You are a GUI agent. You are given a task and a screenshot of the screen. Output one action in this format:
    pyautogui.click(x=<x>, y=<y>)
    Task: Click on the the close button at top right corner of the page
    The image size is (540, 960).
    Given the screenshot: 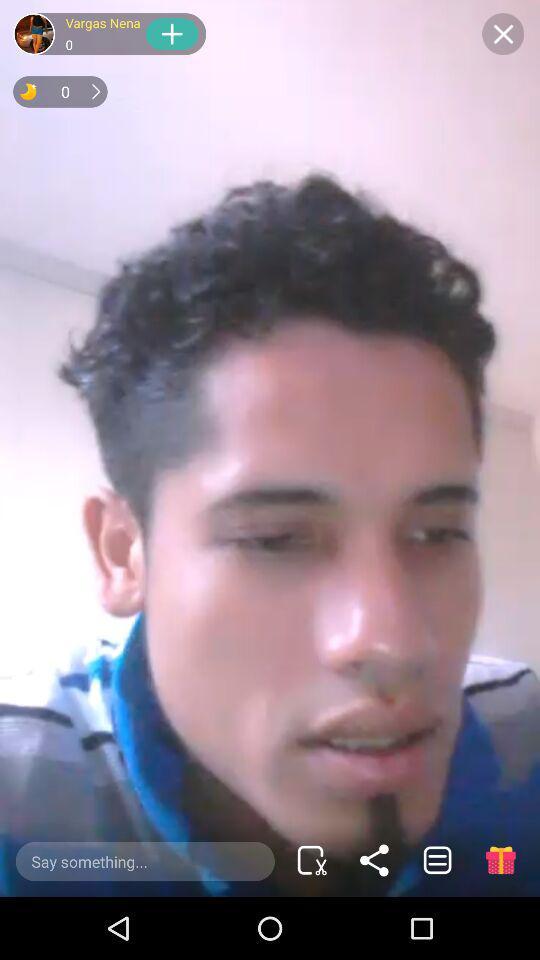 What is the action you would take?
    pyautogui.click(x=502, y=32)
    